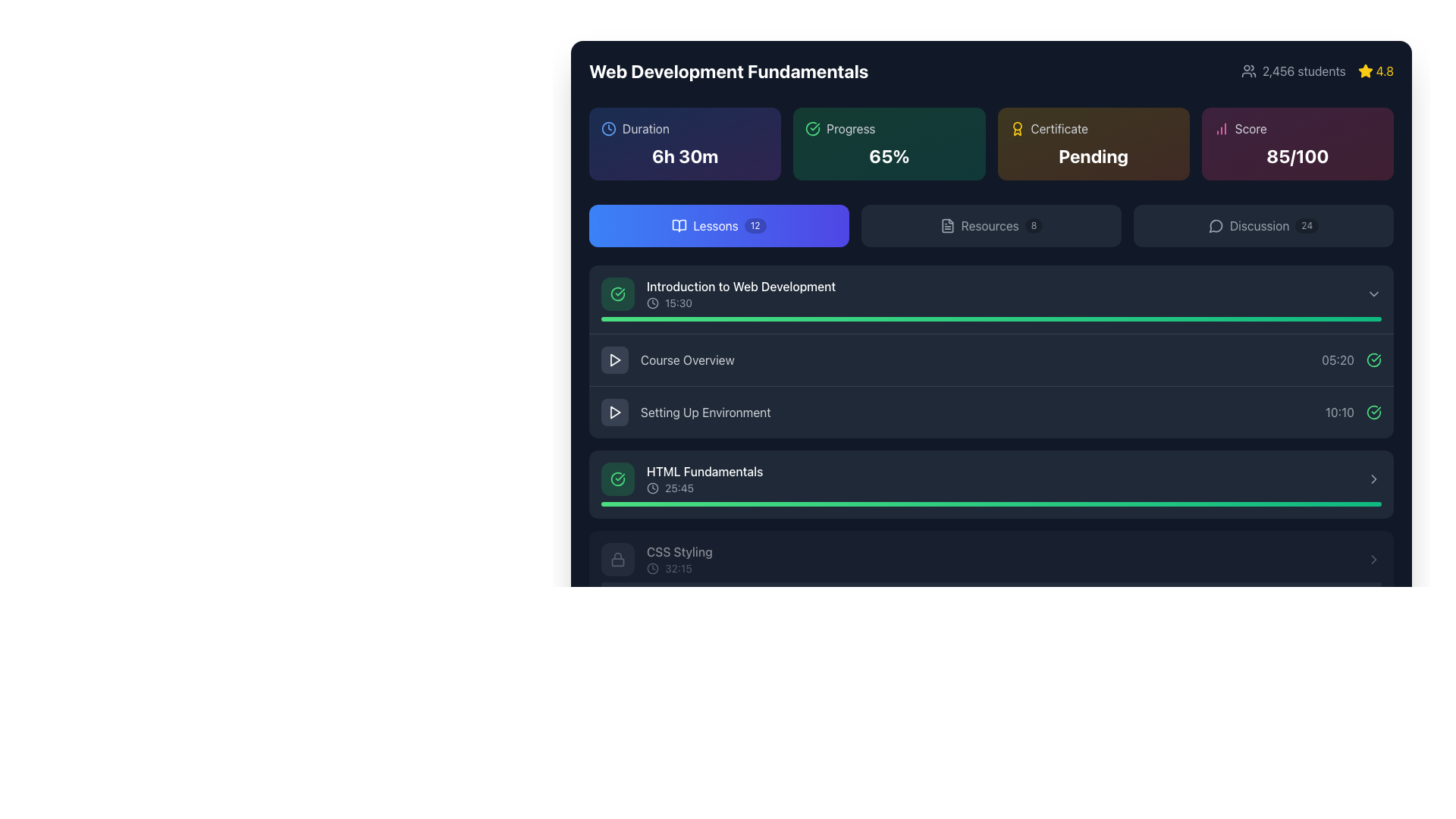 The height and width of the screenshot is (819, 1456). I want to click on the text label indicating time duration located in the upper-left section of the interface, part of a horizontal cluster adjacent to an icon, so click(645, 127).